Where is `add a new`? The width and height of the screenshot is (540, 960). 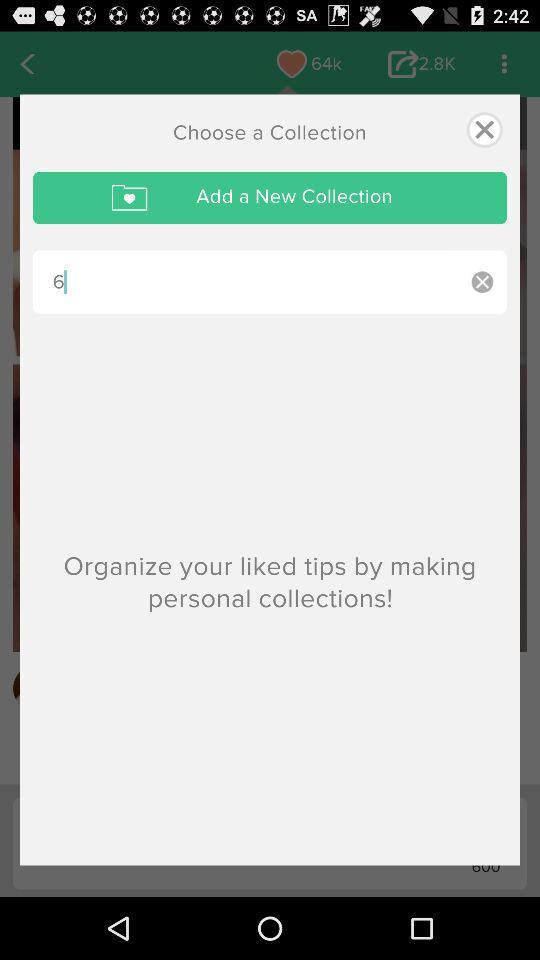 add a new is located at coordinates (270, 197).